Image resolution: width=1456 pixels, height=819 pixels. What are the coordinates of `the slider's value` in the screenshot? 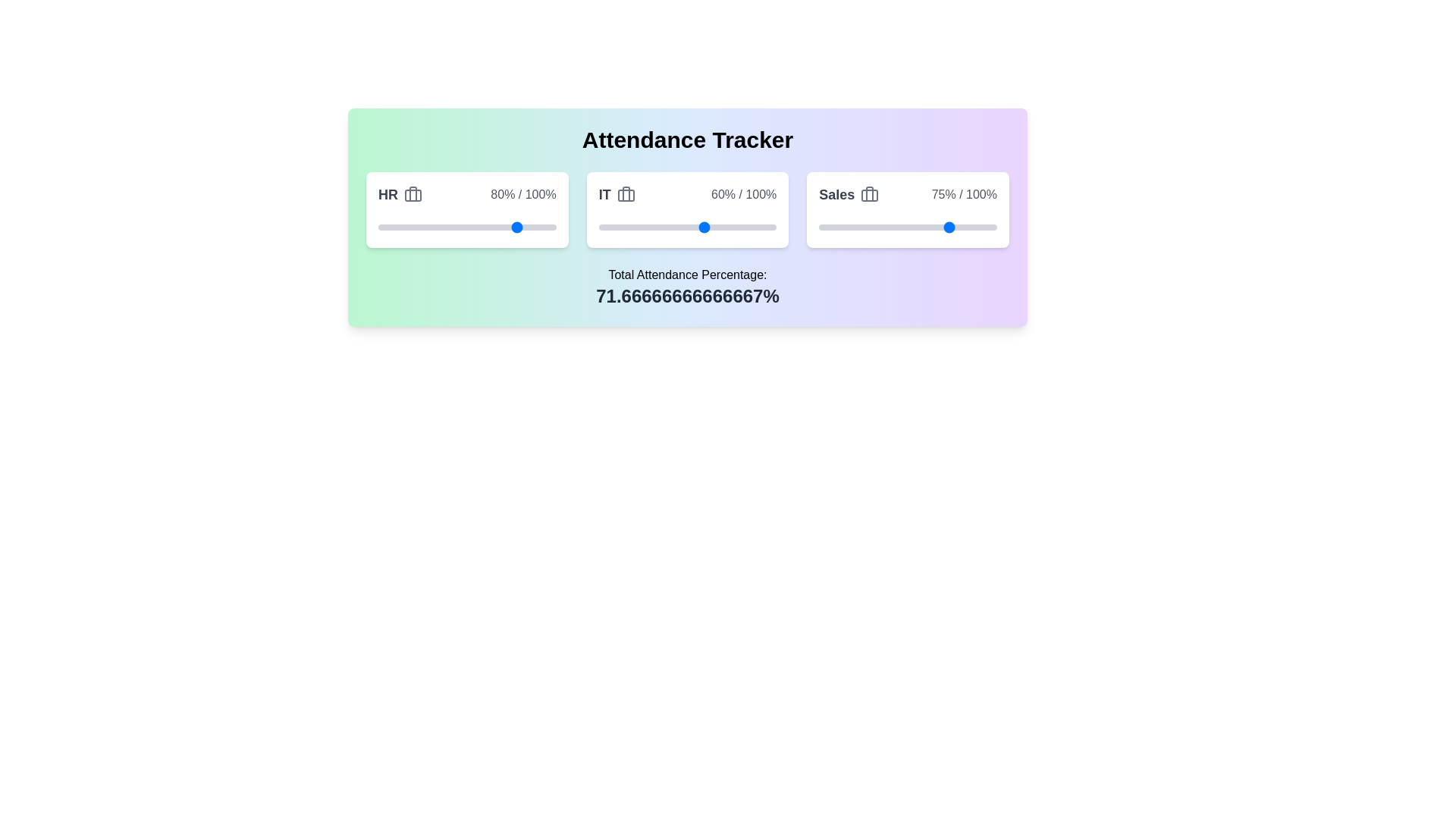 It's located at (865, 227).